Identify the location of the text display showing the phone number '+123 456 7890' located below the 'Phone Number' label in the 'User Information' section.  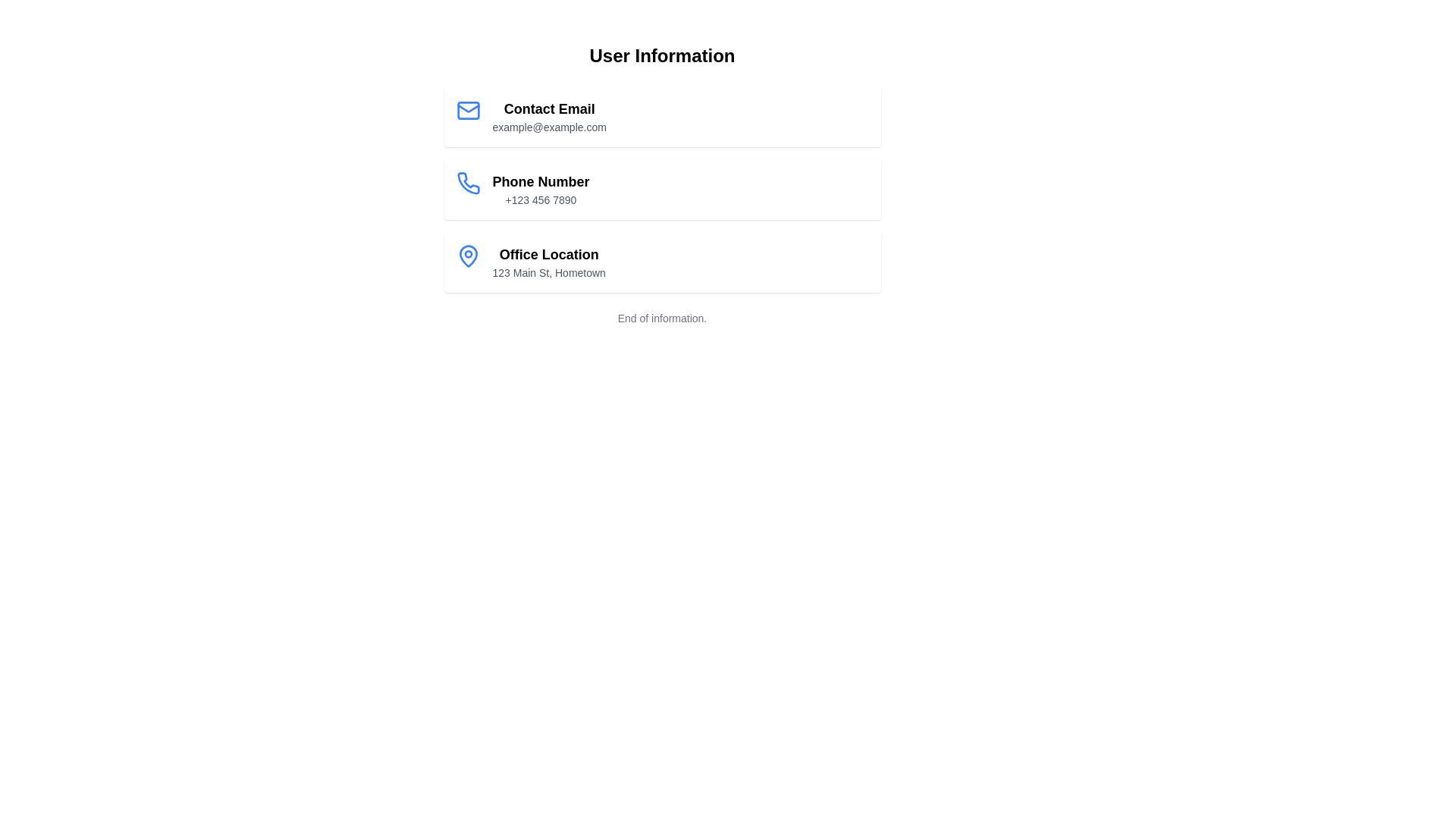
(541, 199).